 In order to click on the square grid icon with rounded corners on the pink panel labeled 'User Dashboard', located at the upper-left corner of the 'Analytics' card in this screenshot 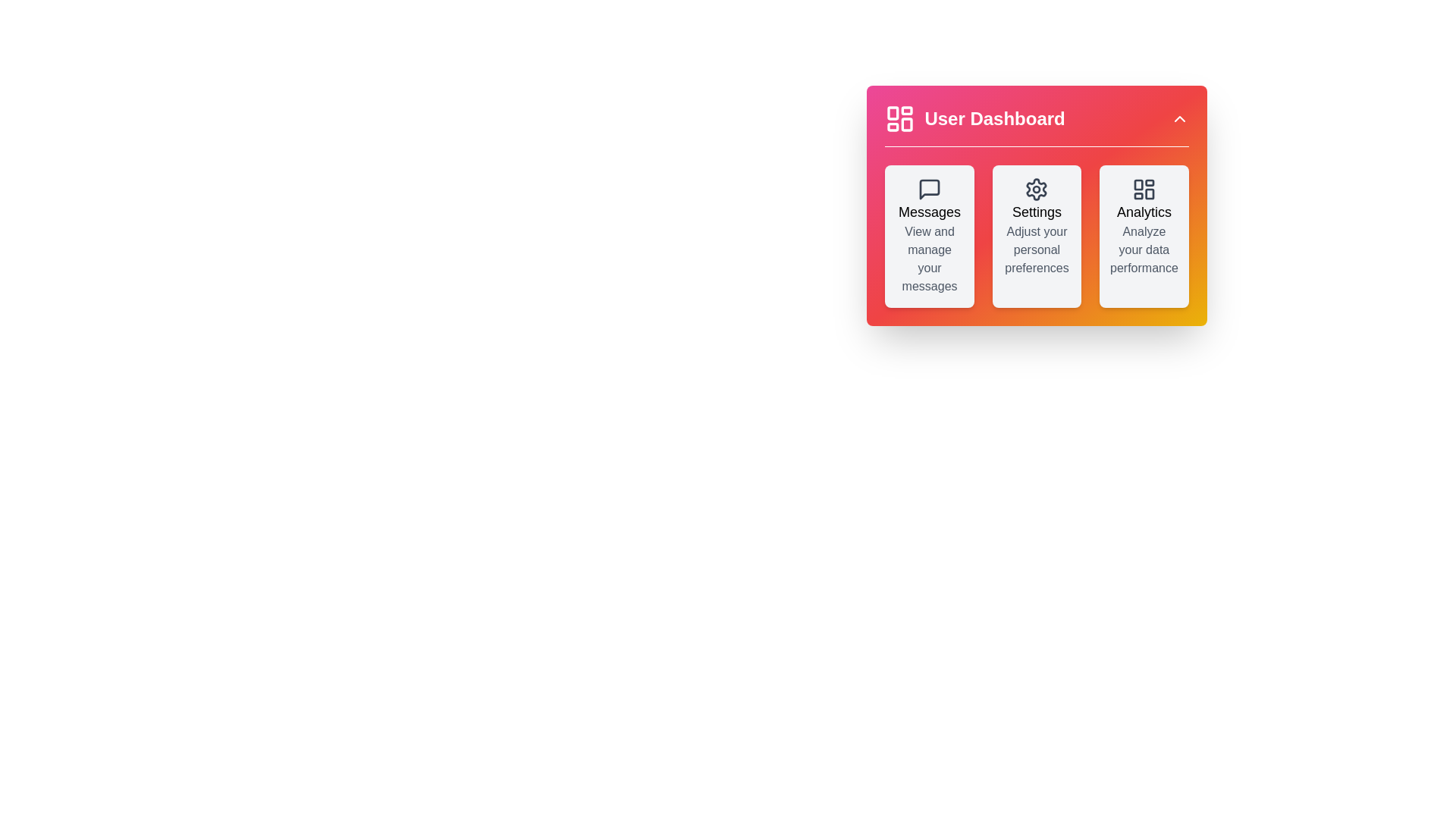, I will do `click(1144, 189)`.